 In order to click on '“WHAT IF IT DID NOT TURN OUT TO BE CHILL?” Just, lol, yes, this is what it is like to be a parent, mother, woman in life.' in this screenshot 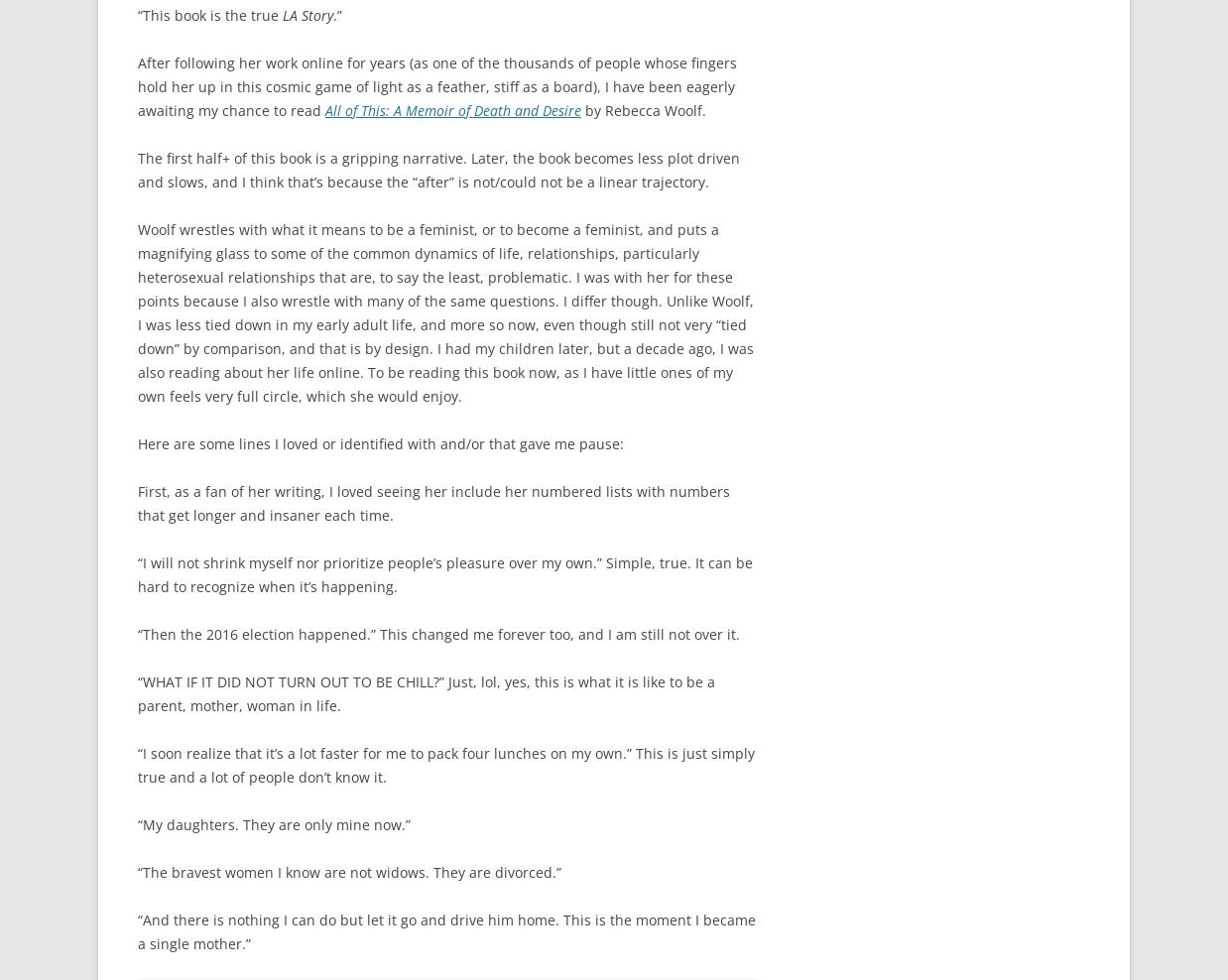, I will do `click(425, 693)`.